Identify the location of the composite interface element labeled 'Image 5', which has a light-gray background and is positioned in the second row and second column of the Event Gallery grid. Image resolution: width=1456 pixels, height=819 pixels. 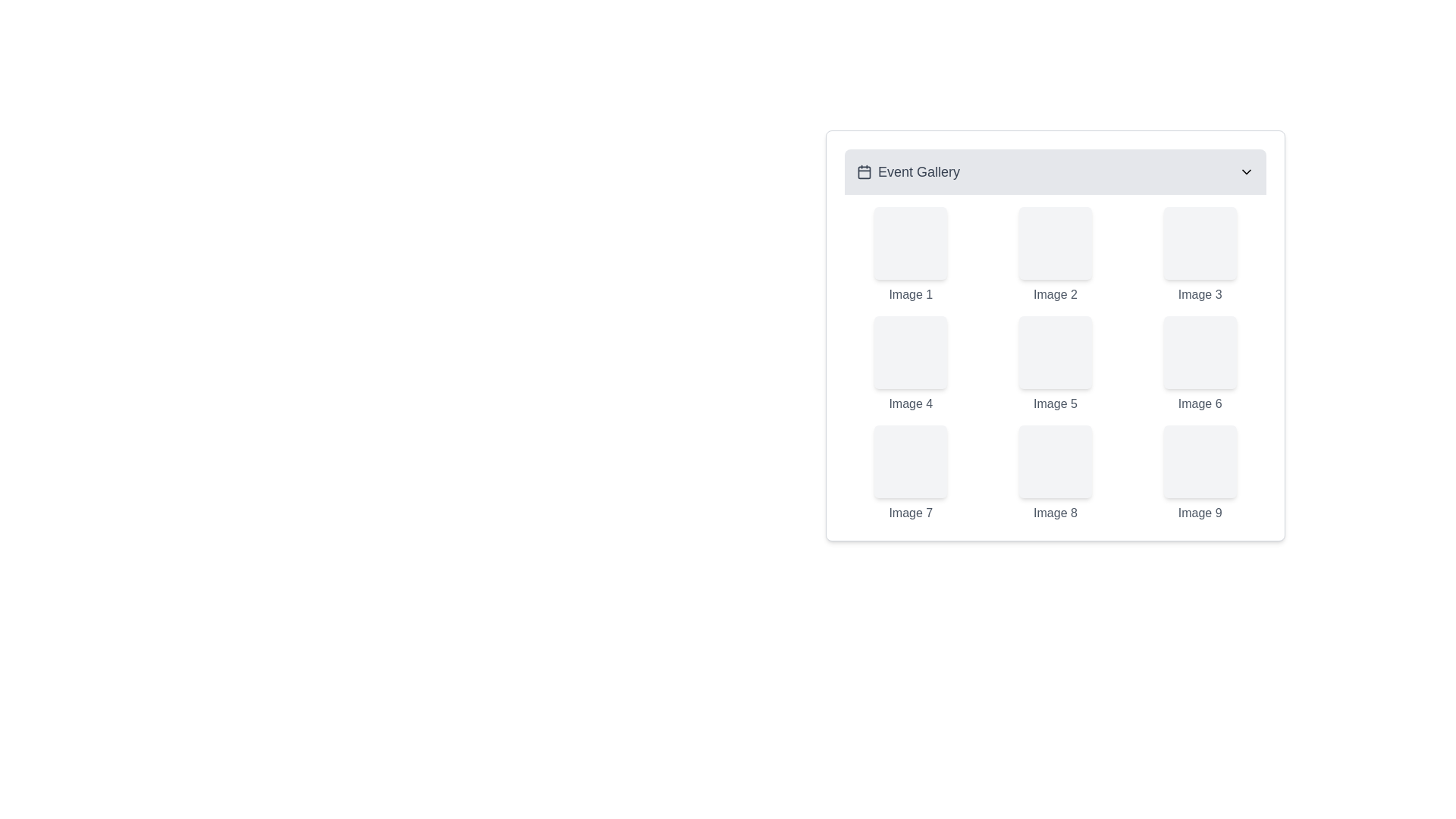
(1055, 365).